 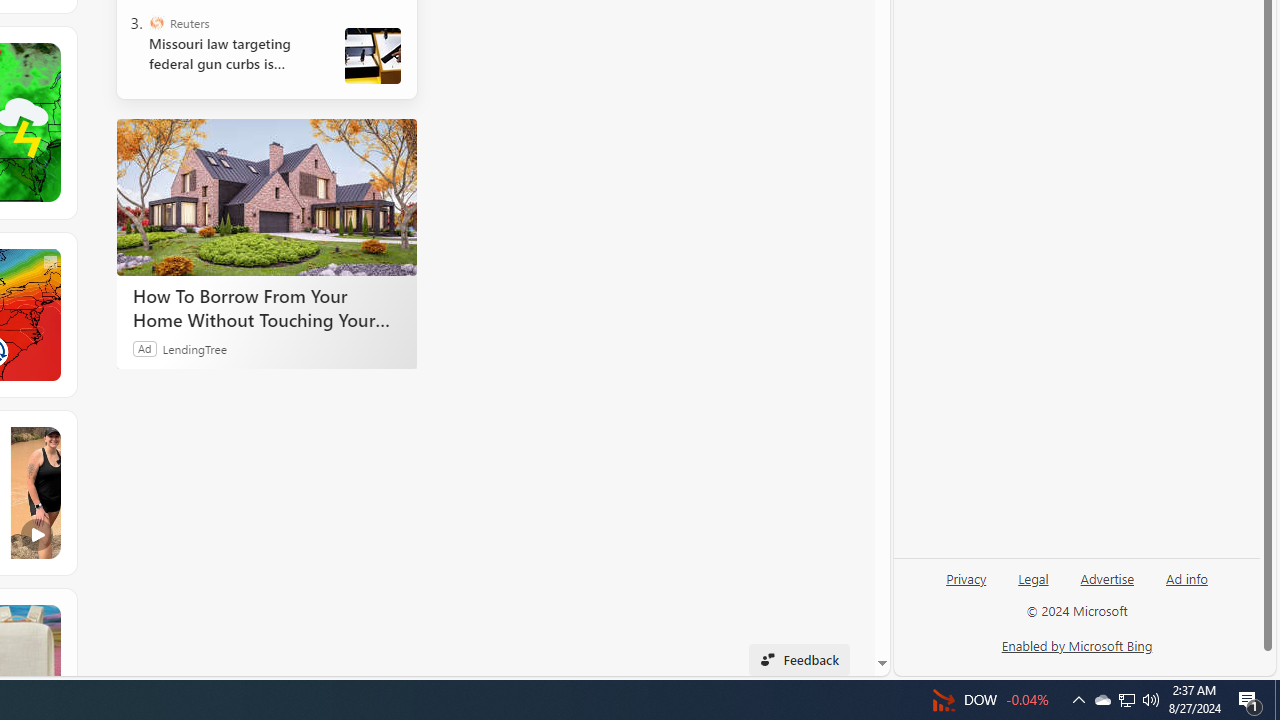 What do you see at coordinates (155, 23) in the screenshot?
I see `'Reuters'` at bounding box center [155, 23].